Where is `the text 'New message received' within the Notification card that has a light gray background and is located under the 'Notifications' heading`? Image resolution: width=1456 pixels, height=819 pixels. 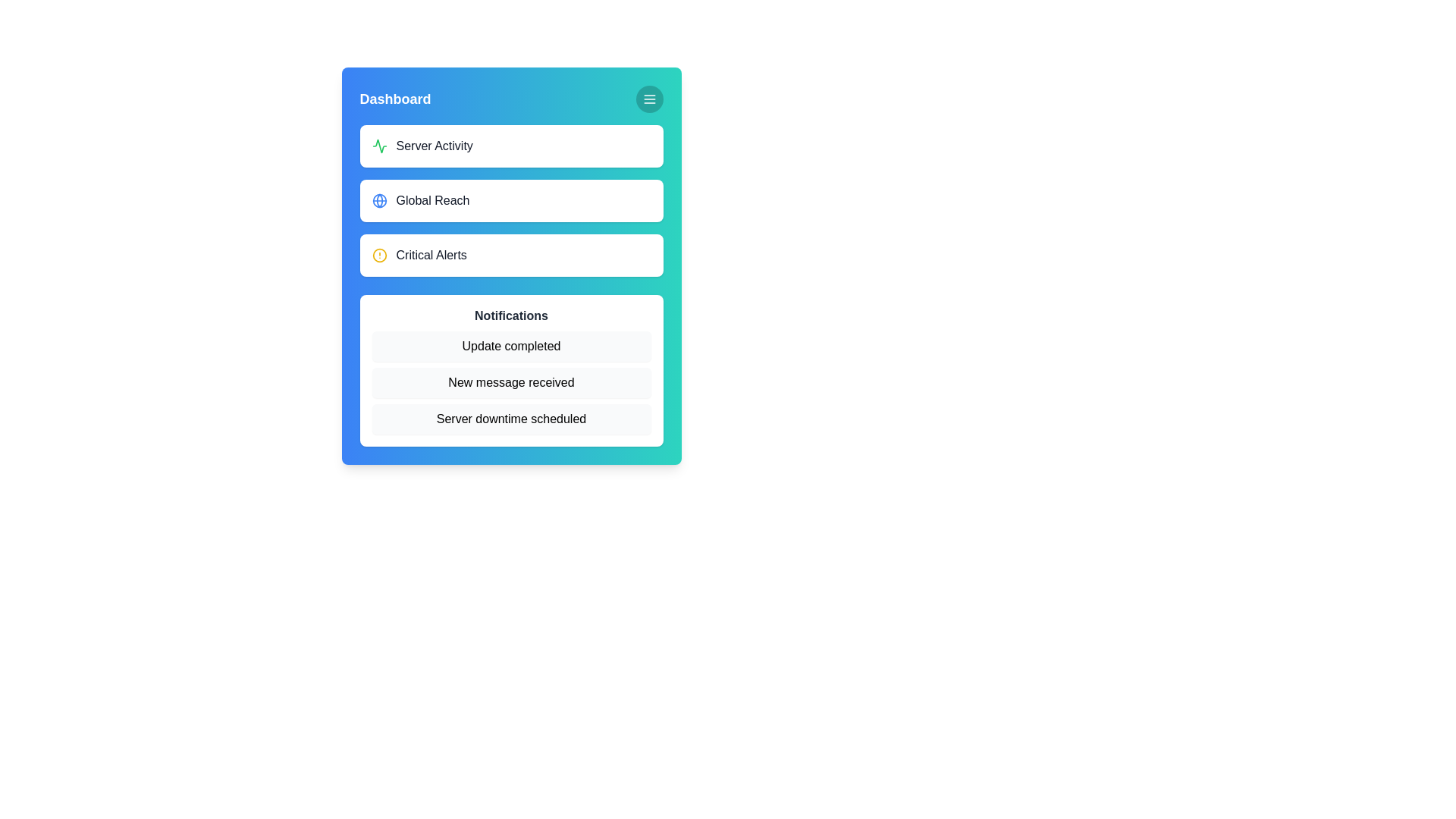
the text 'New message received' within the Notification card that has a light gray background and is located under the 'Notifications' heading is located at coordinates (511, 382).